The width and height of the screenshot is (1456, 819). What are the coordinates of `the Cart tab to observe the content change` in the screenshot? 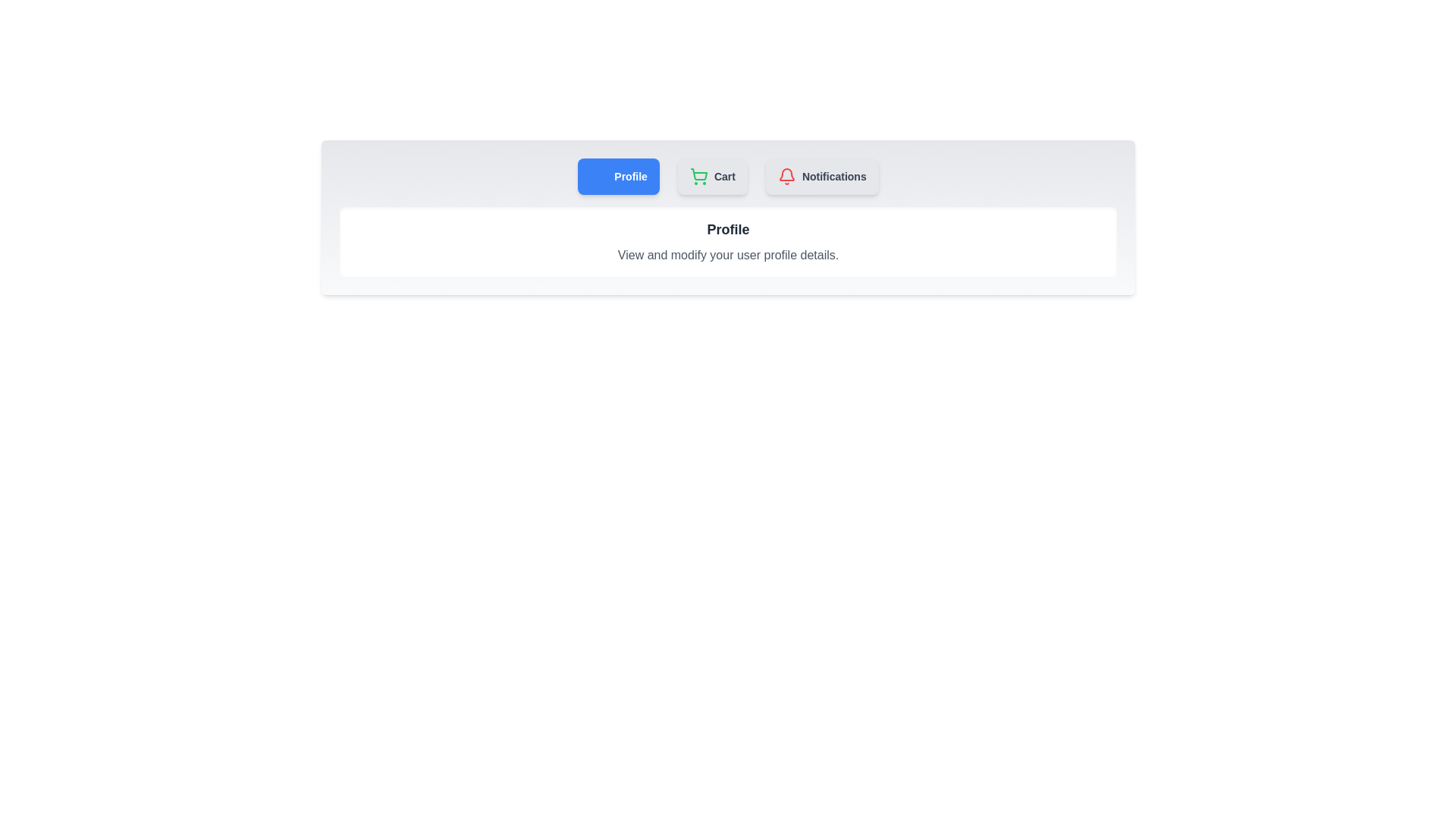 It's located at (711, 175).